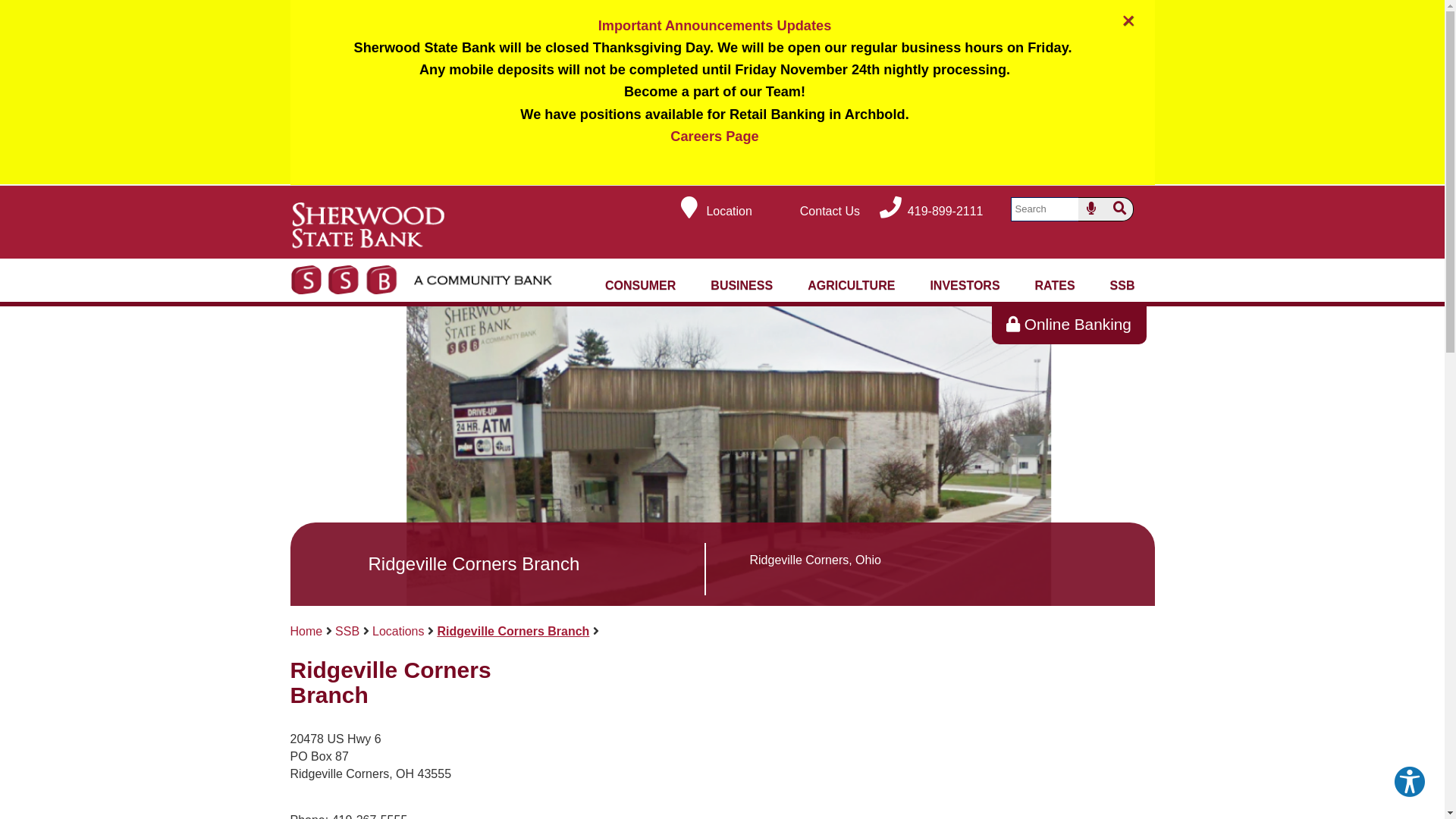  What do you see at coordinates (422, 253) in the screenshot?
I see `'Sherwood State Bank (Links to Homepage)'` at bounding box center [422, 253].